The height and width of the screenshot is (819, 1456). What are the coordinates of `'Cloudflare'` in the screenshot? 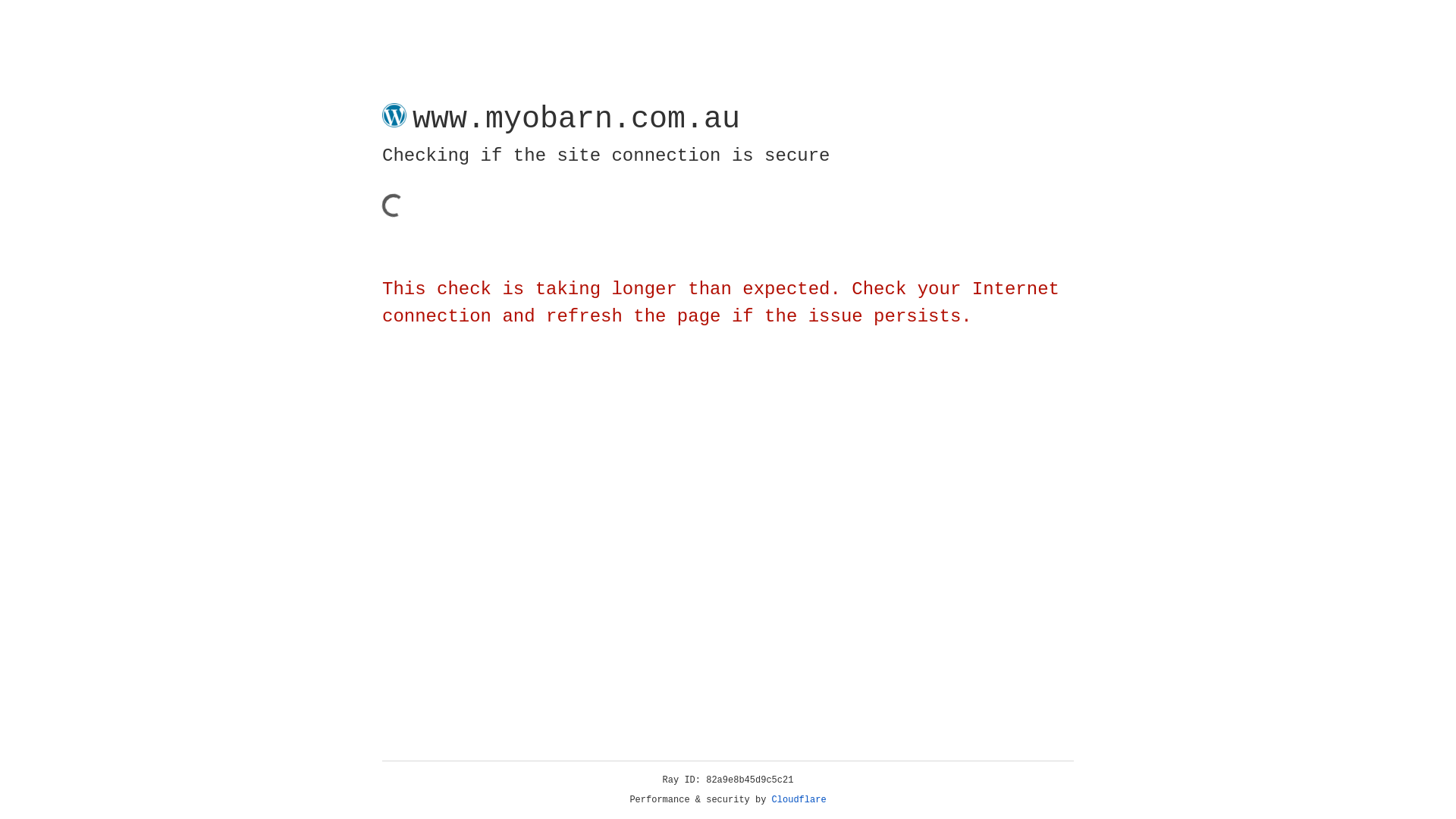 It's located at (799, 799).